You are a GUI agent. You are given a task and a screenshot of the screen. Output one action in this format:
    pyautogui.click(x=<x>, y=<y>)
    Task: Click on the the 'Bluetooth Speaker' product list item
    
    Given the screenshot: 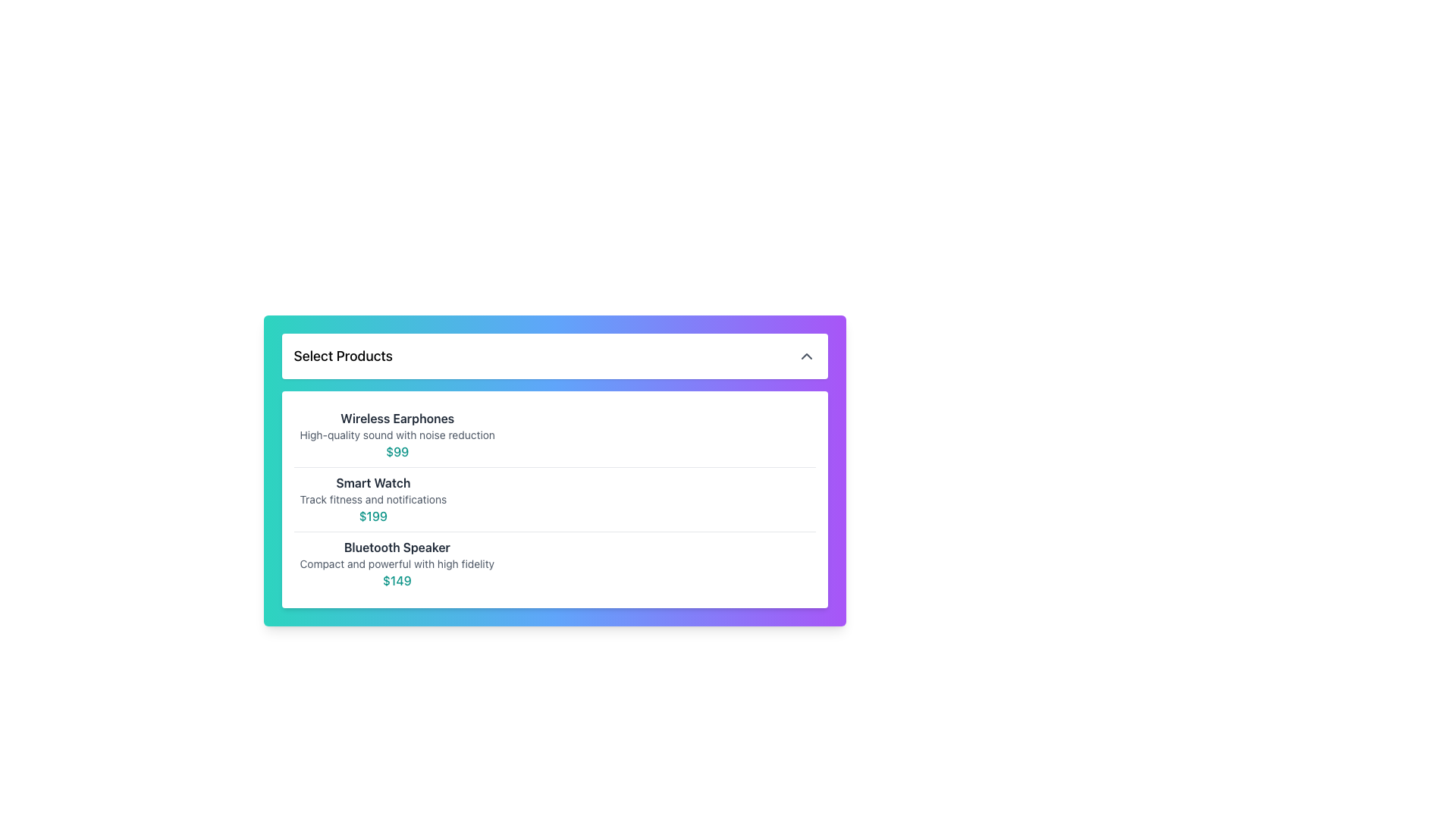 What is the action you would take?
    pyautogui.click(x=554, y=564)
    